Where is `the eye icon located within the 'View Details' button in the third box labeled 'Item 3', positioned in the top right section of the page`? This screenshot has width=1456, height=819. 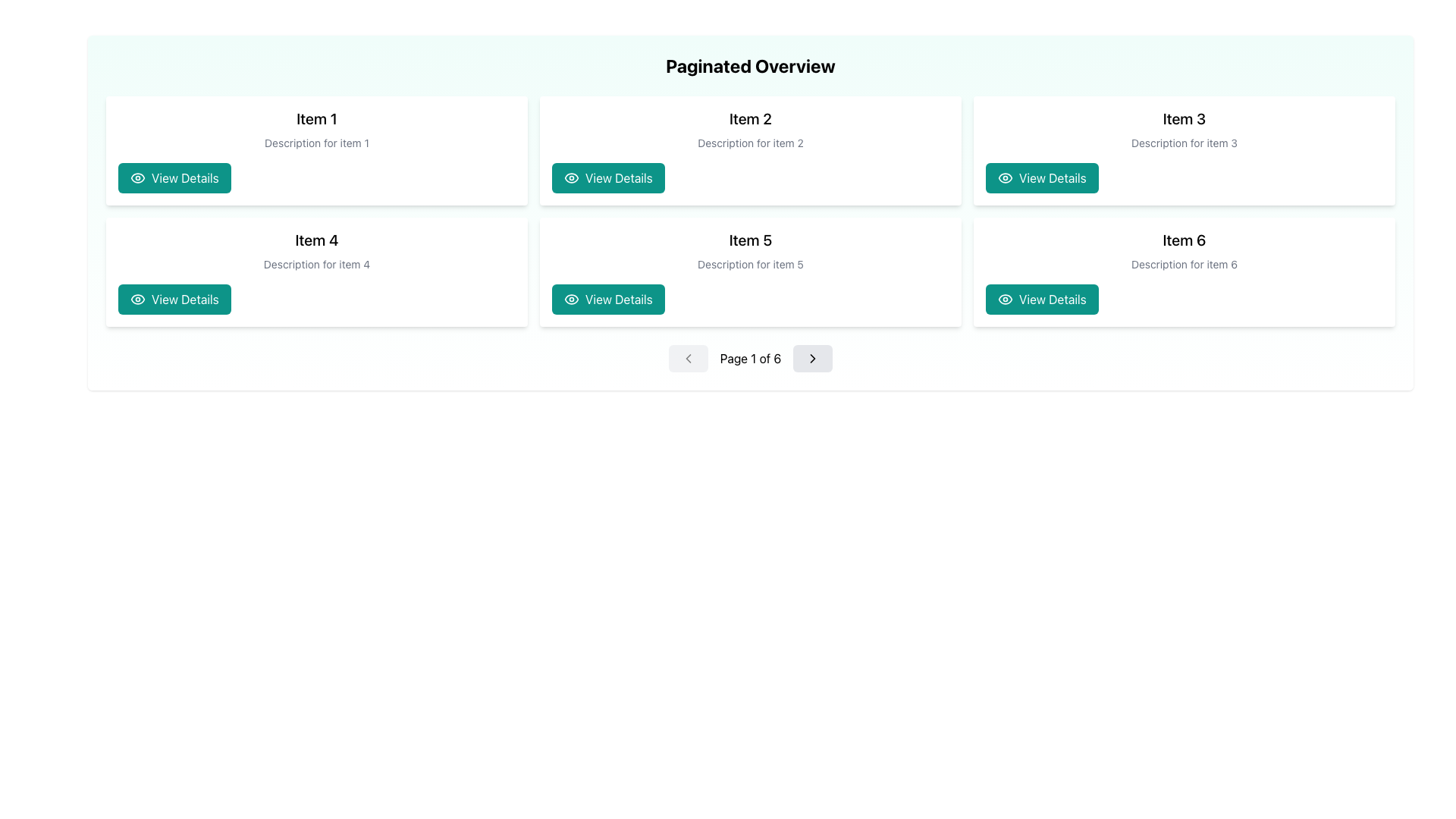
the eye icon located within the 'View Details' button in the third box labeled 'Item 3', positioned in the top right section of the page is located at coordinates (1005, 177).